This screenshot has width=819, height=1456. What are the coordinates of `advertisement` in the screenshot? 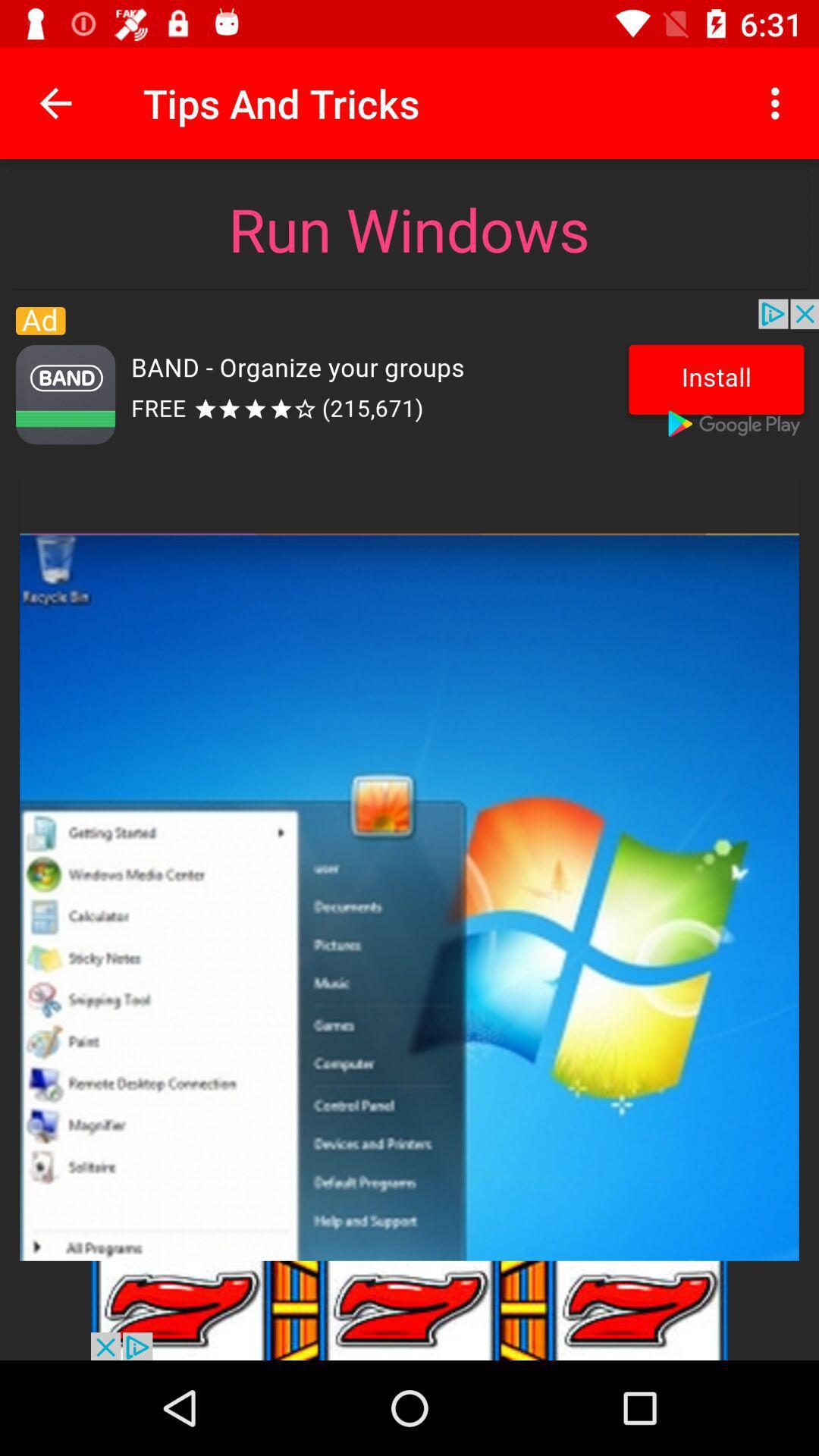 It's located at (409, 1310).